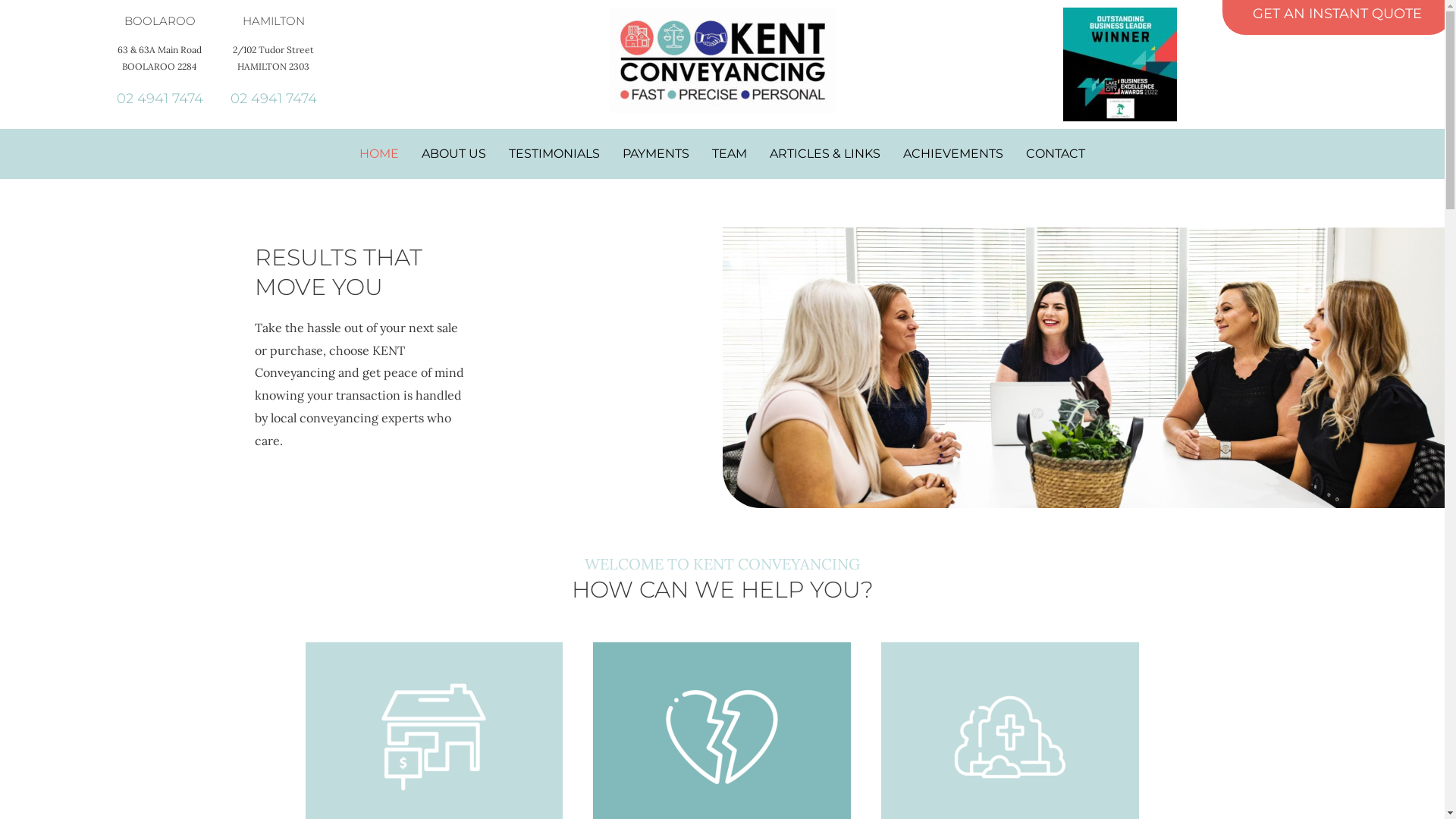 This screenshot has width=1456, height=819. Describe the element at coordinates (729, 154) in the screenshot. I see `'TEAM'` at that location.